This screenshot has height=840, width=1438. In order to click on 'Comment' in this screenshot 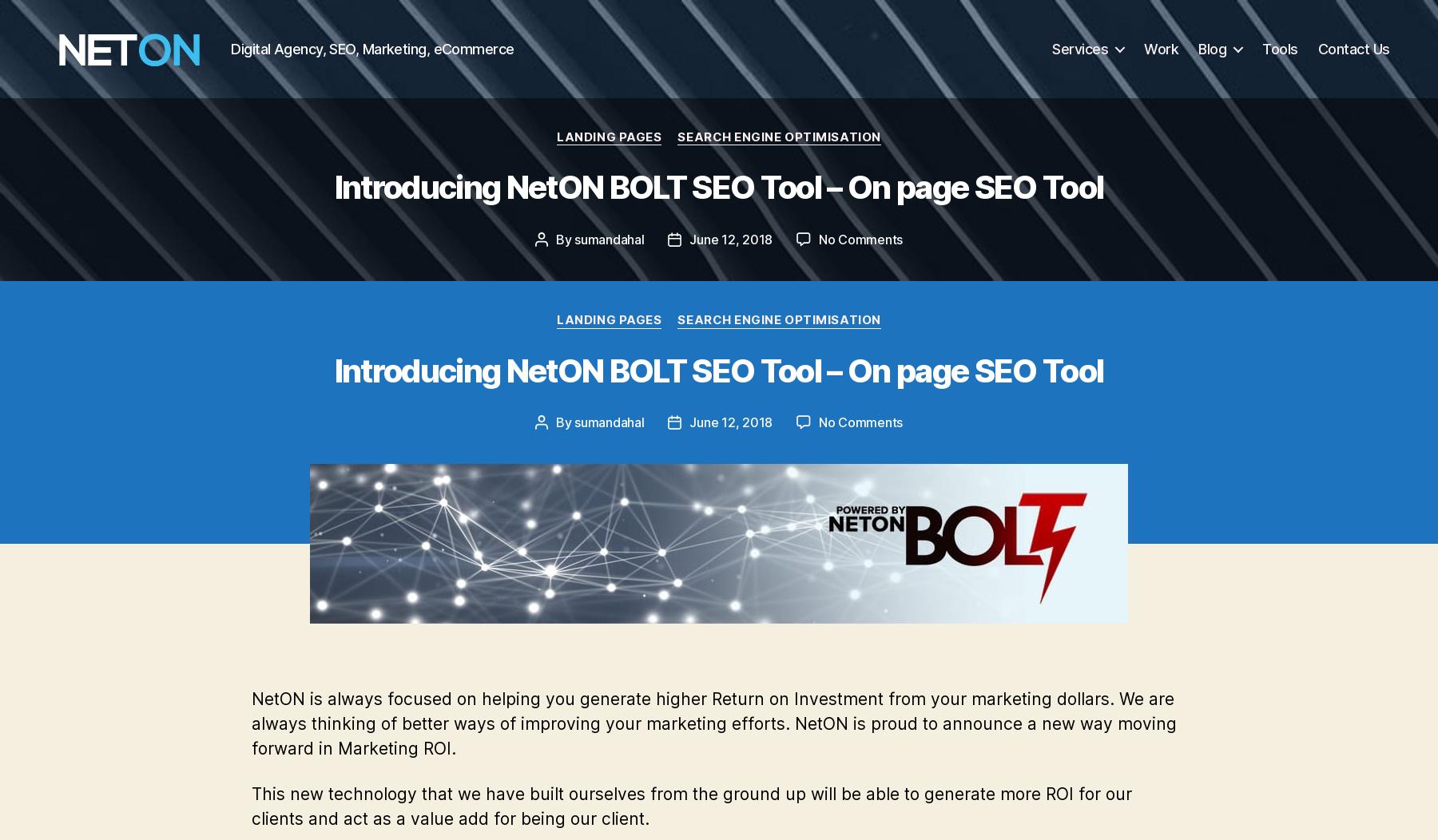, I will do `click(516, 783)`.